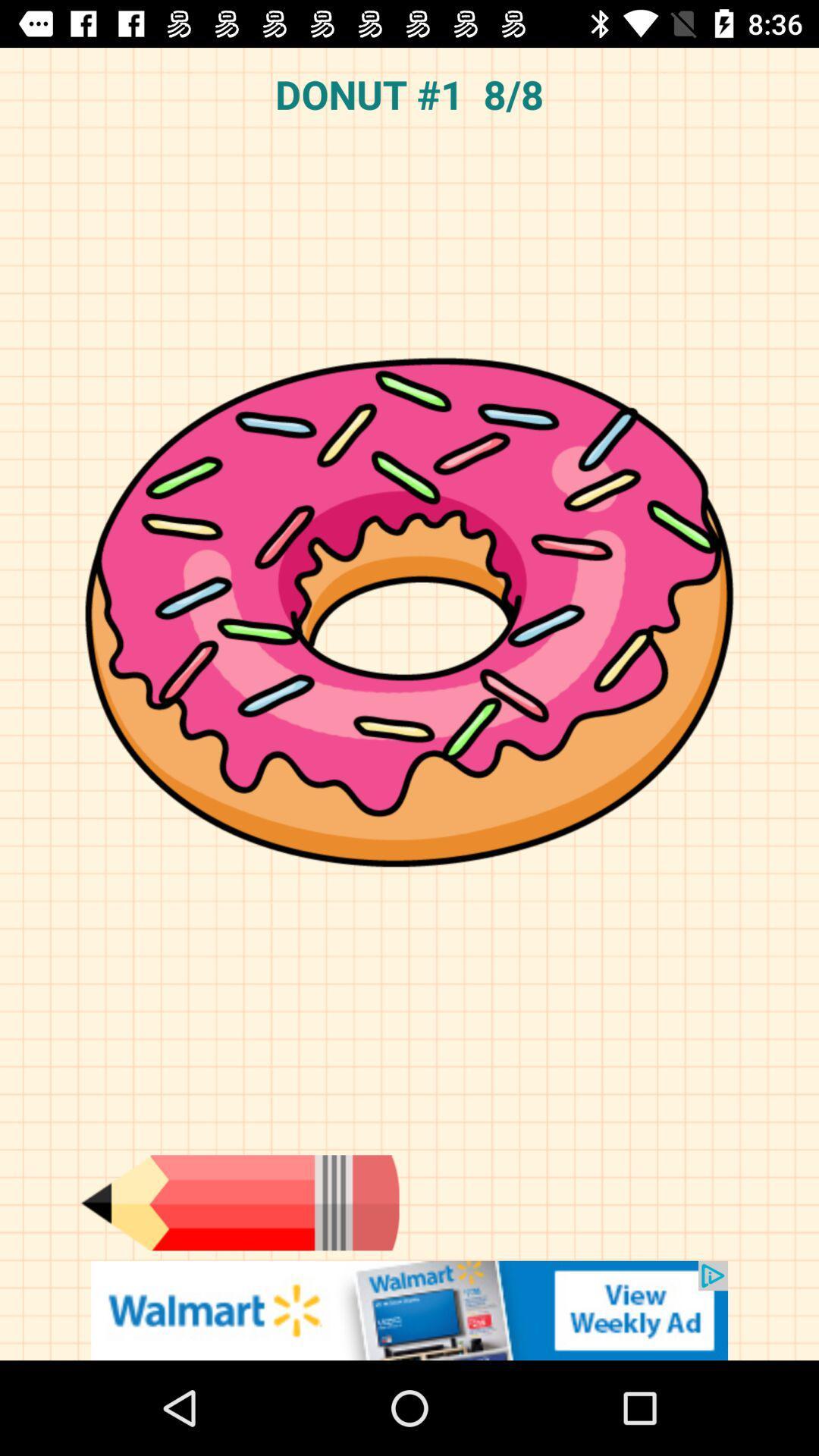 The image size is (819, 1456). What do you see at coordinates (409, 1310) in the screenshot?
I see `showing advertisements` at bounding box center [409, 1310].